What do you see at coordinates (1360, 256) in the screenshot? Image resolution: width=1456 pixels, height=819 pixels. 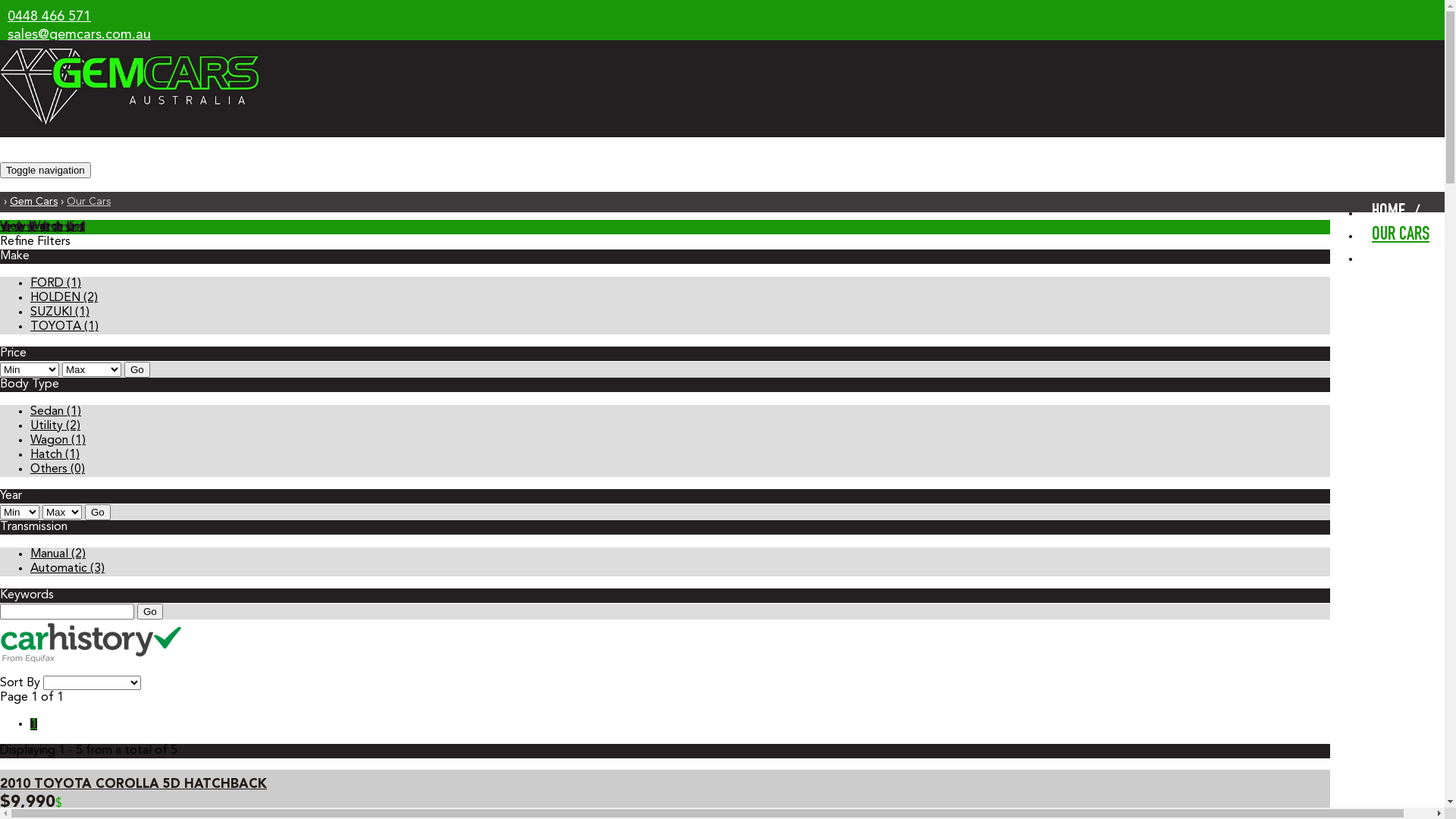 I see `'CONTACT US'` at bounding box center [1360, 256].